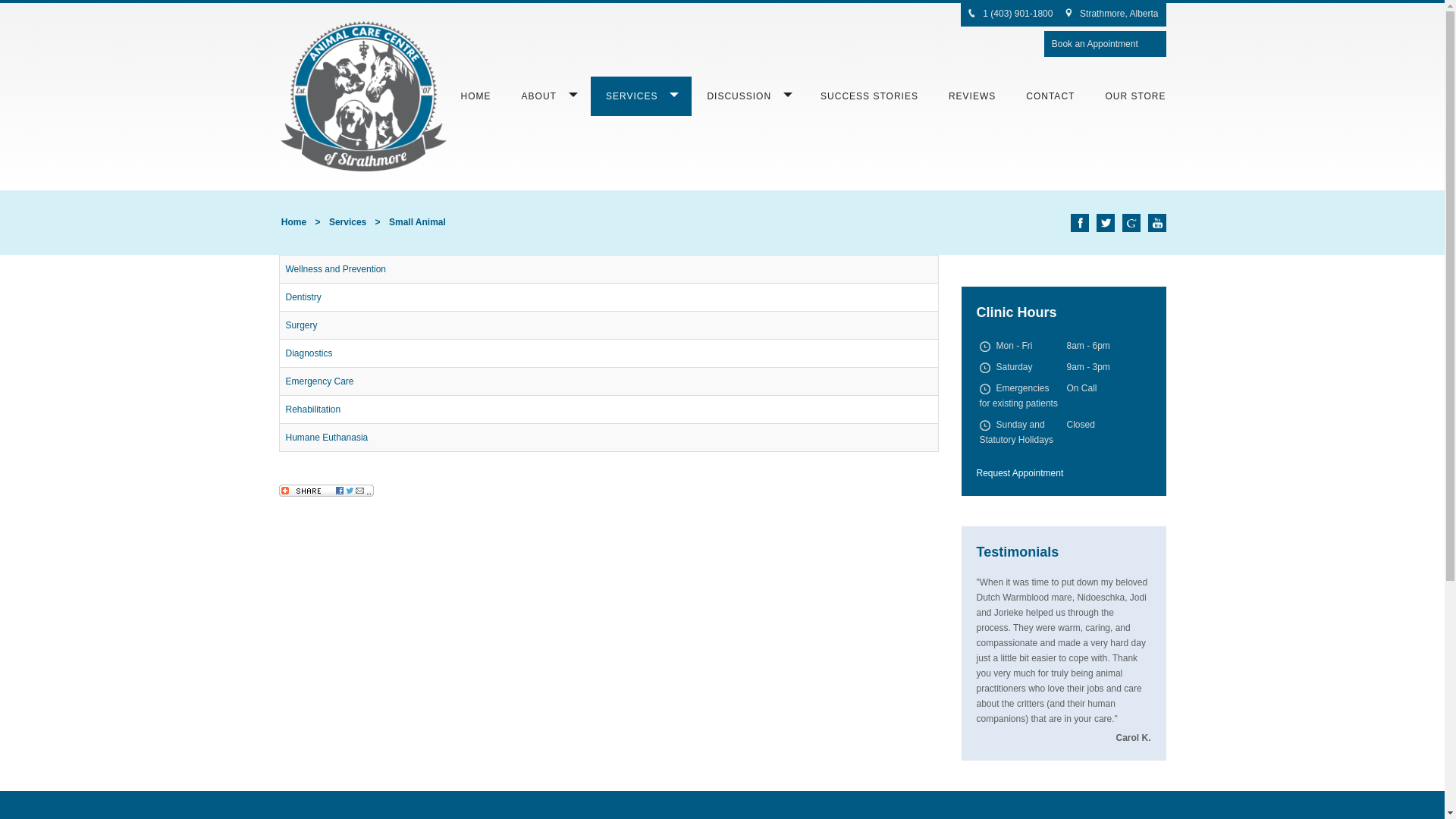 Image resolution: width=1456 pixels, height=819 pixels. Describe the element at coordinates (1050, 96) in the screenshot. I see `'CONTACT'` at that location.